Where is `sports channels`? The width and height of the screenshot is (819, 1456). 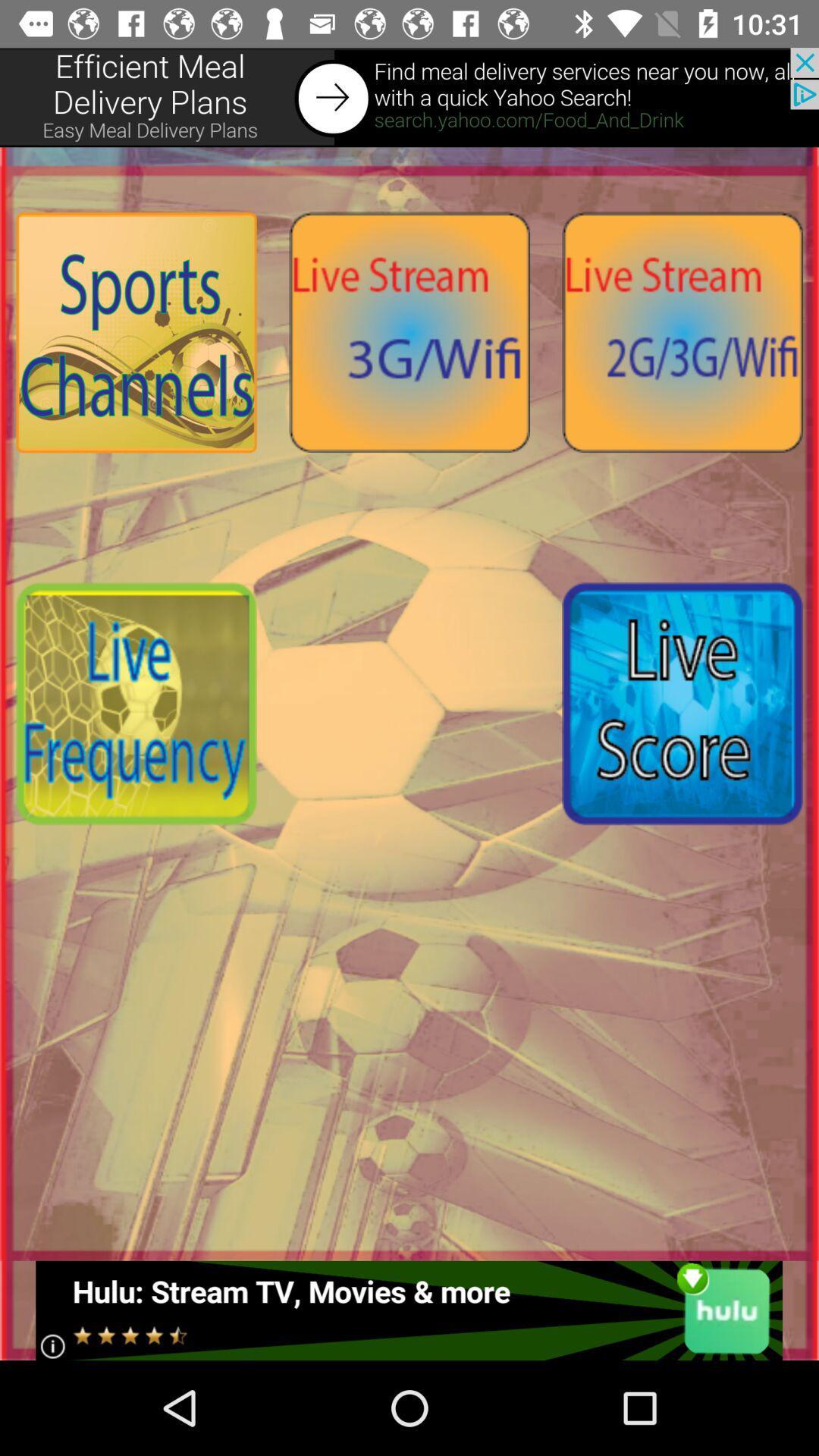 sports channels is located at coordinates (136, 331).